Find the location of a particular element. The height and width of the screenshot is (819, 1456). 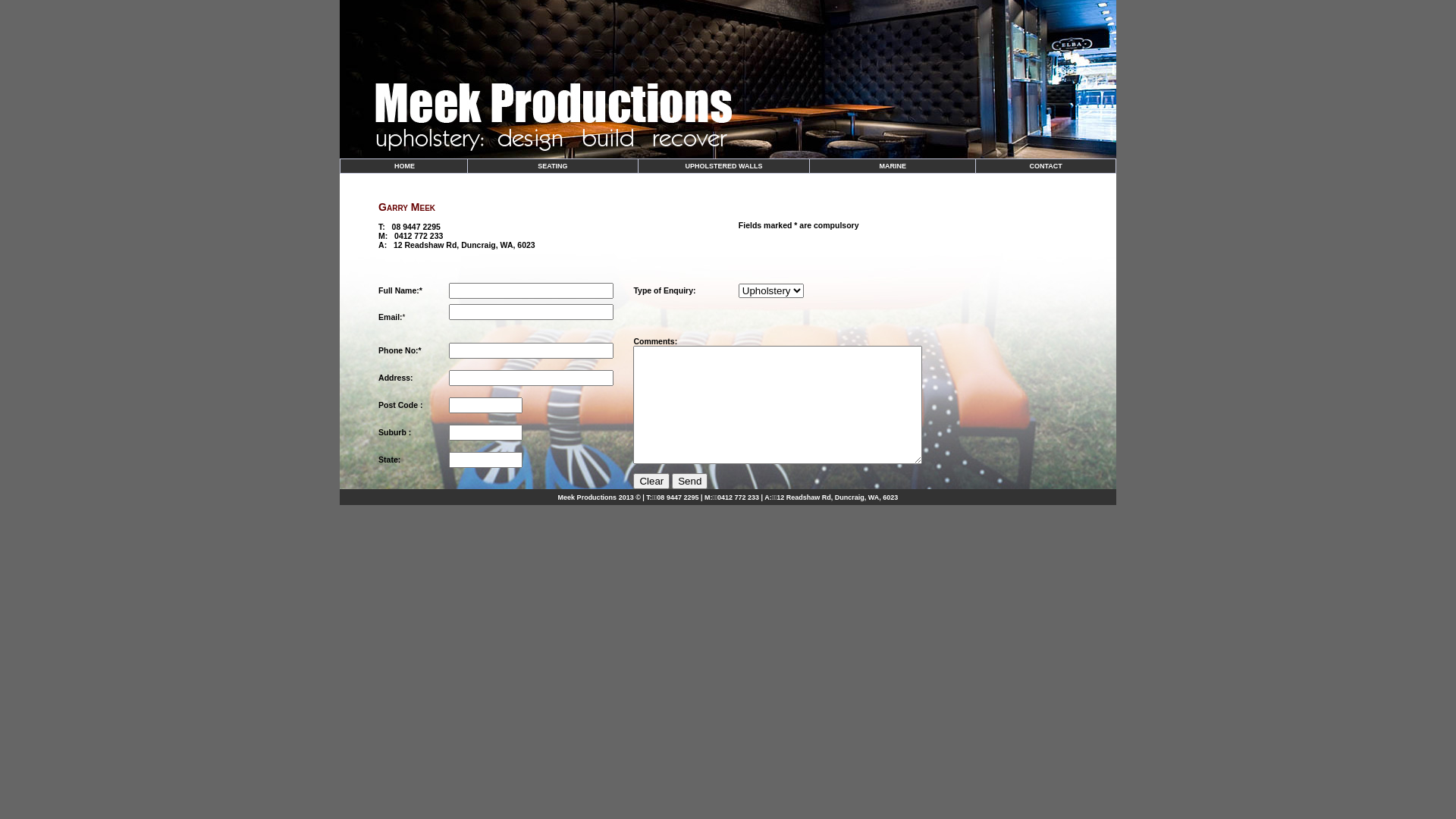

'MARINE' is located at coordinates (878, 166).